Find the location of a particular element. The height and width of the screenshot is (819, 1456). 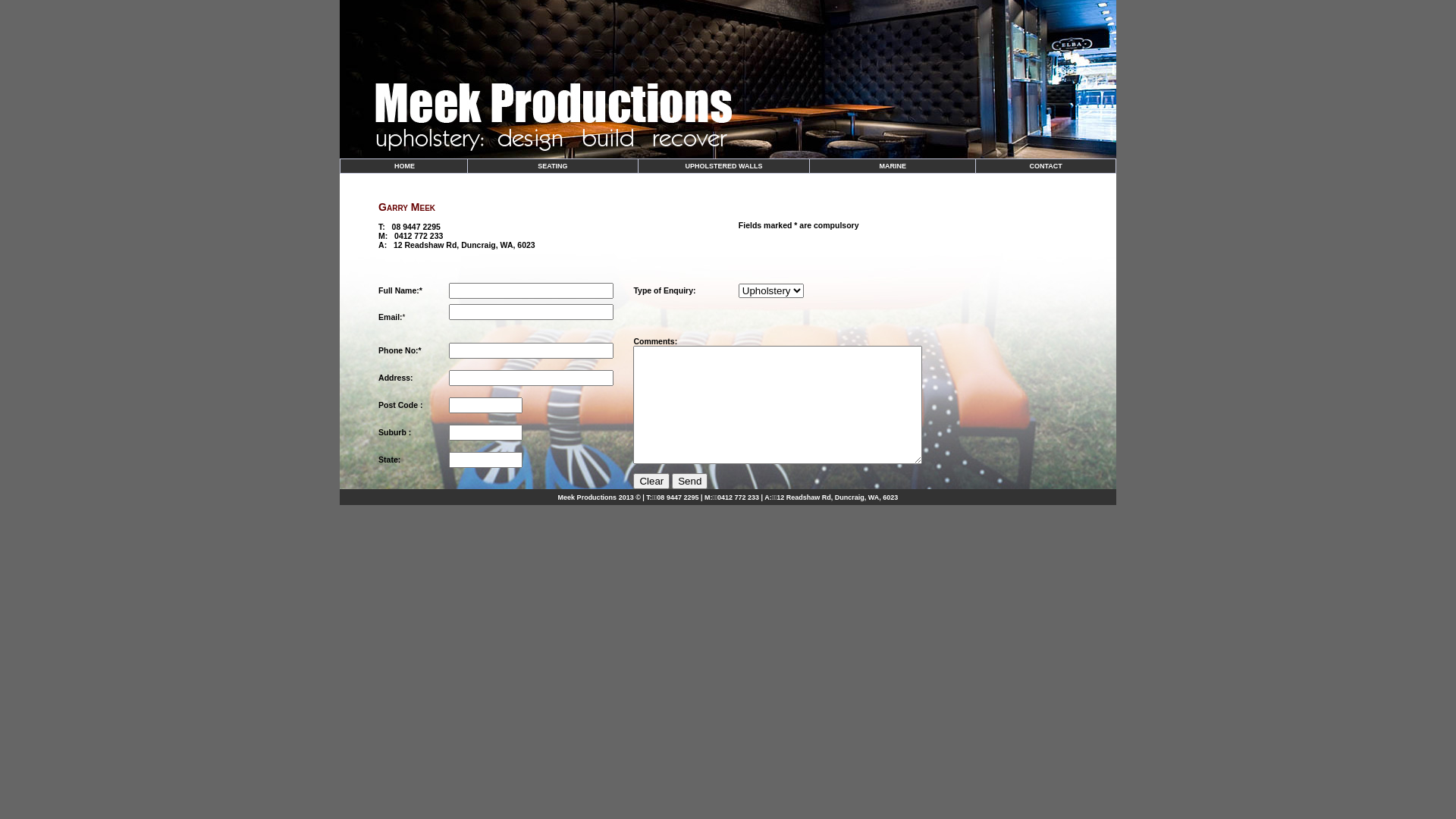

'MARINE' is located at coordinates (878, 166).